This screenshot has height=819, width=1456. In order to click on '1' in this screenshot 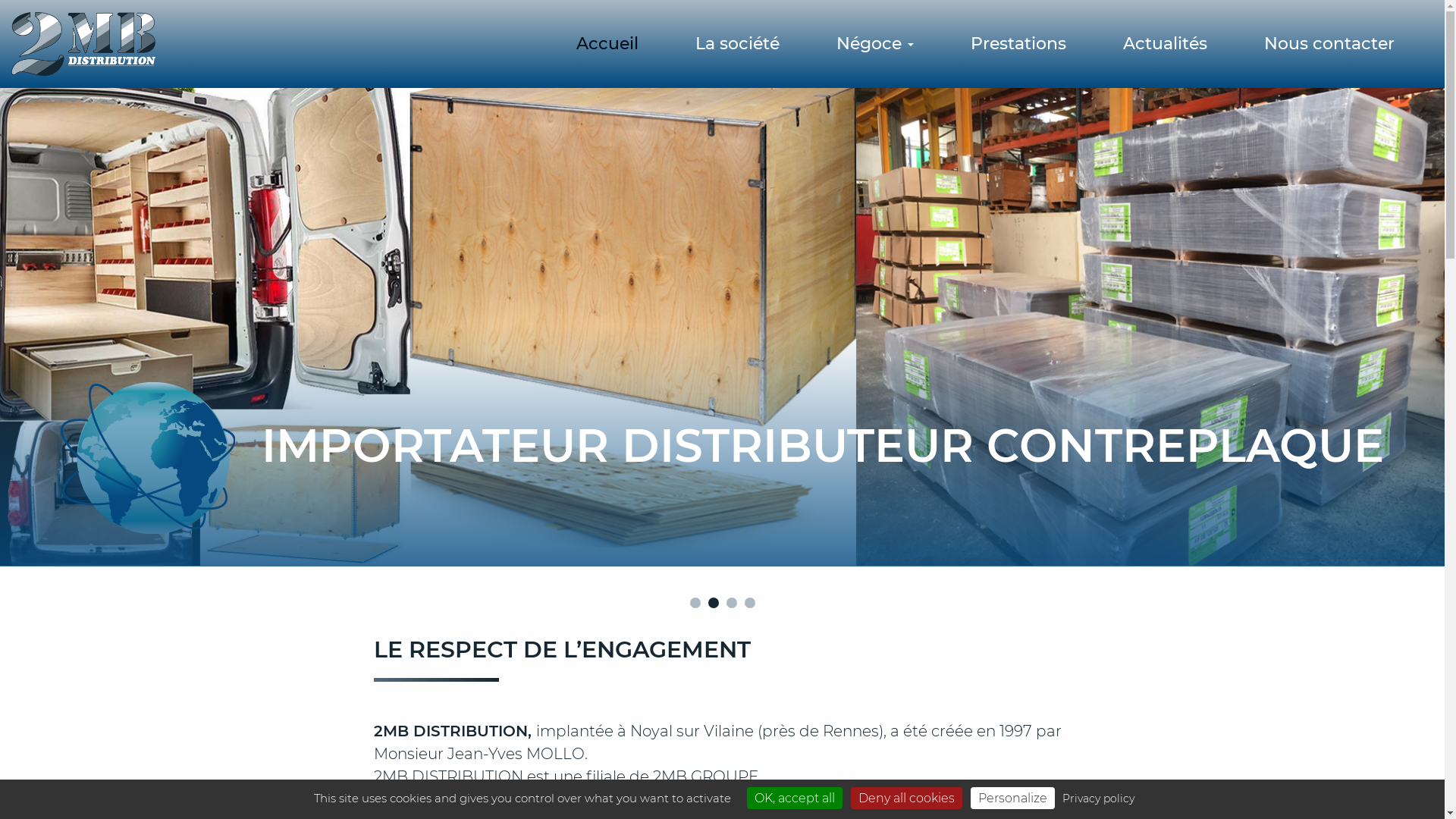, I will do `click(694, 601)`.